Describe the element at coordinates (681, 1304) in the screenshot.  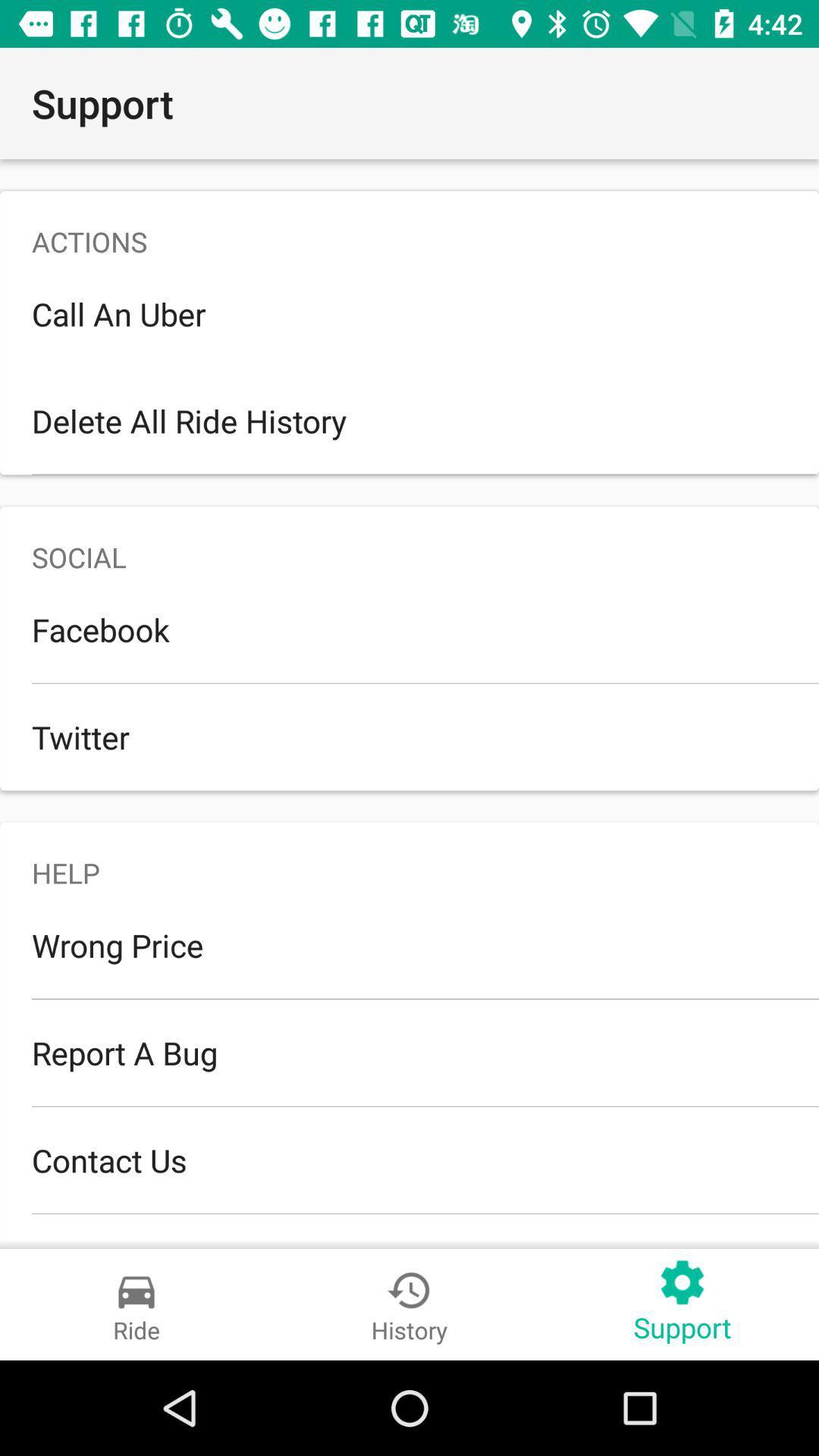
I see `the right bottom corner button of the page` at that location.